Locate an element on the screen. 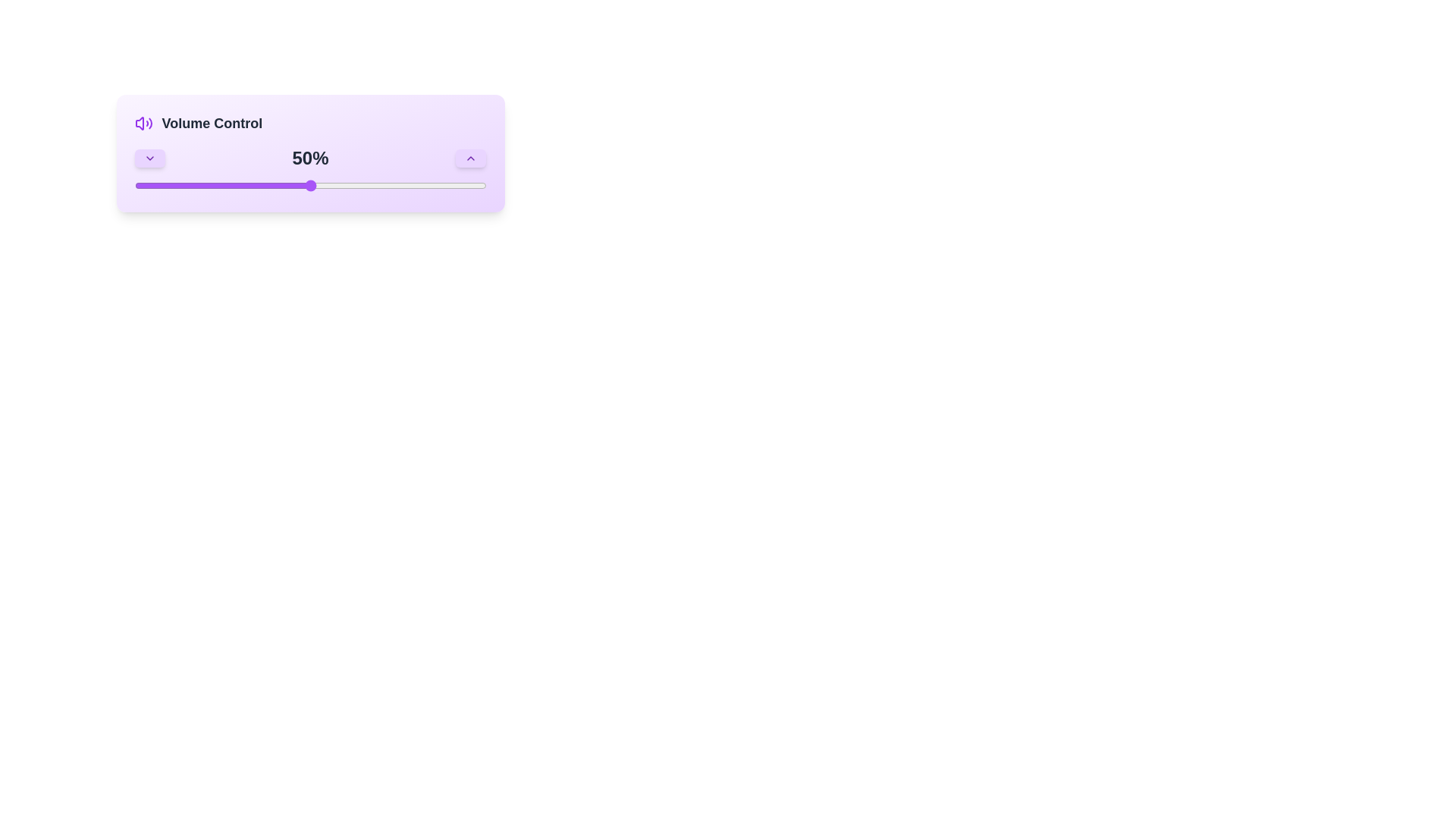  the volume slider is located at coordinates (436, 185).